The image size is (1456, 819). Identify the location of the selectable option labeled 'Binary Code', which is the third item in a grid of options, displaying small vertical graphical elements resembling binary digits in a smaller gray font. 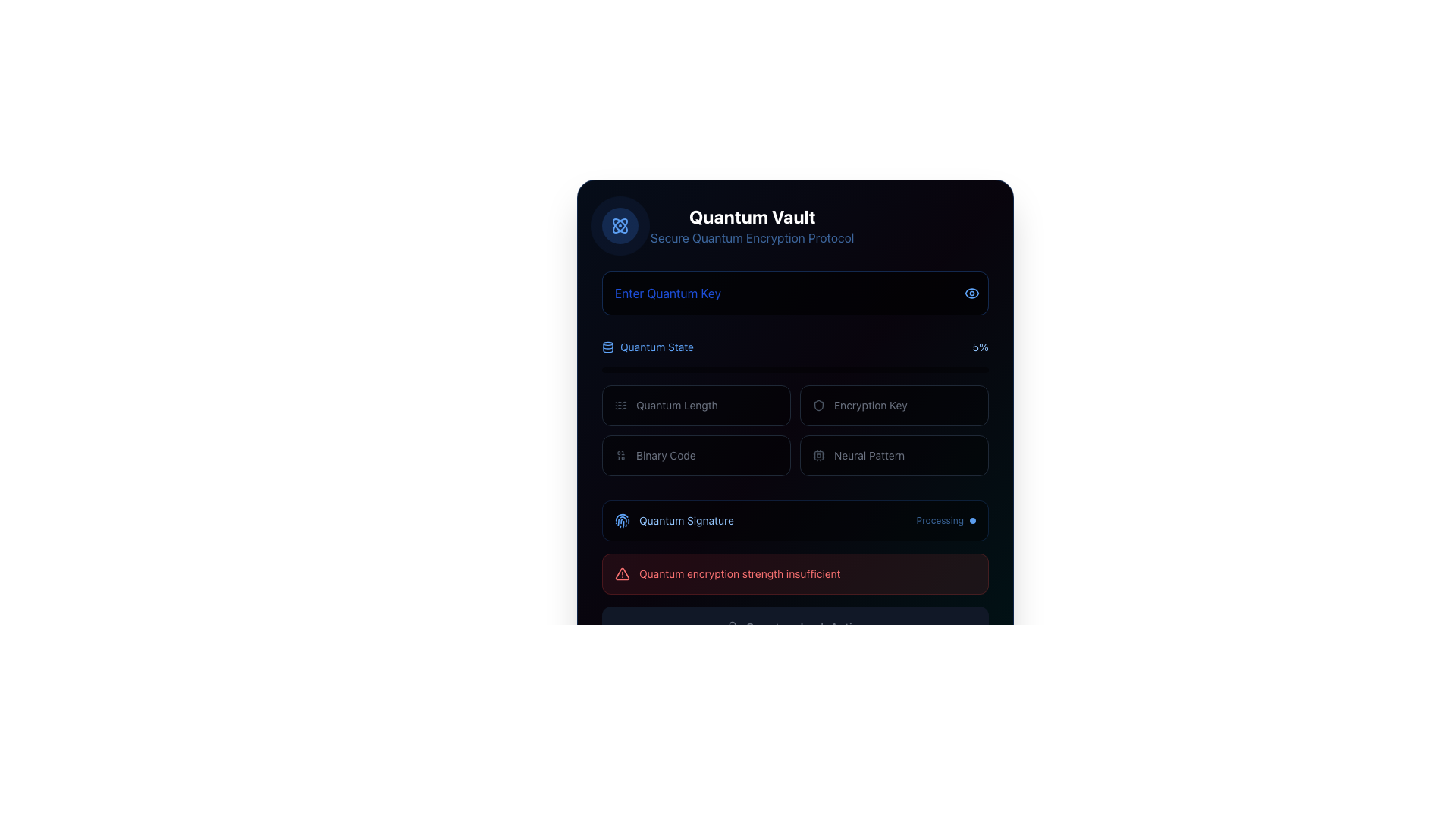
(695, 455).